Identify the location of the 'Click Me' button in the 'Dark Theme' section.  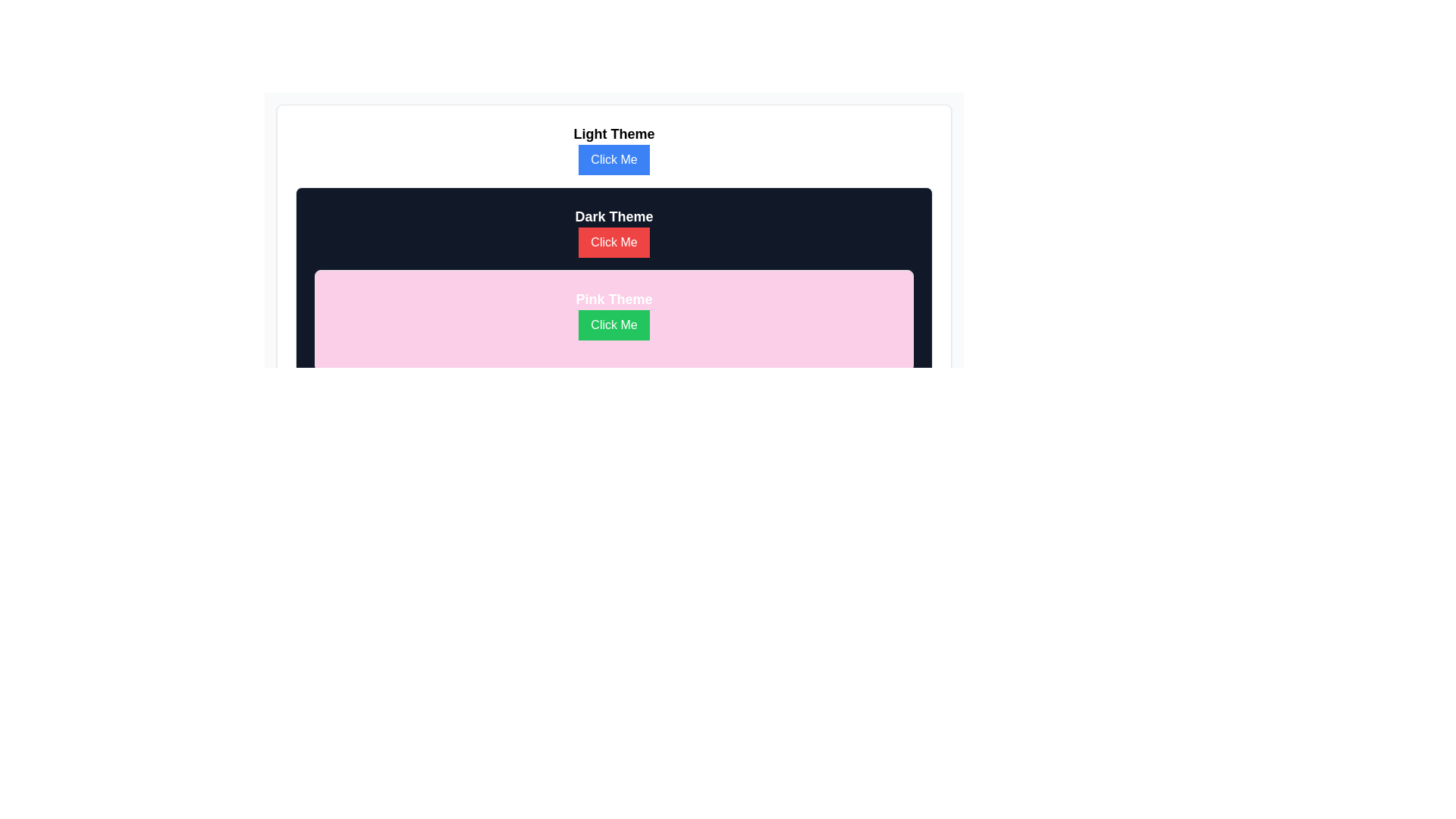
(614, 231).